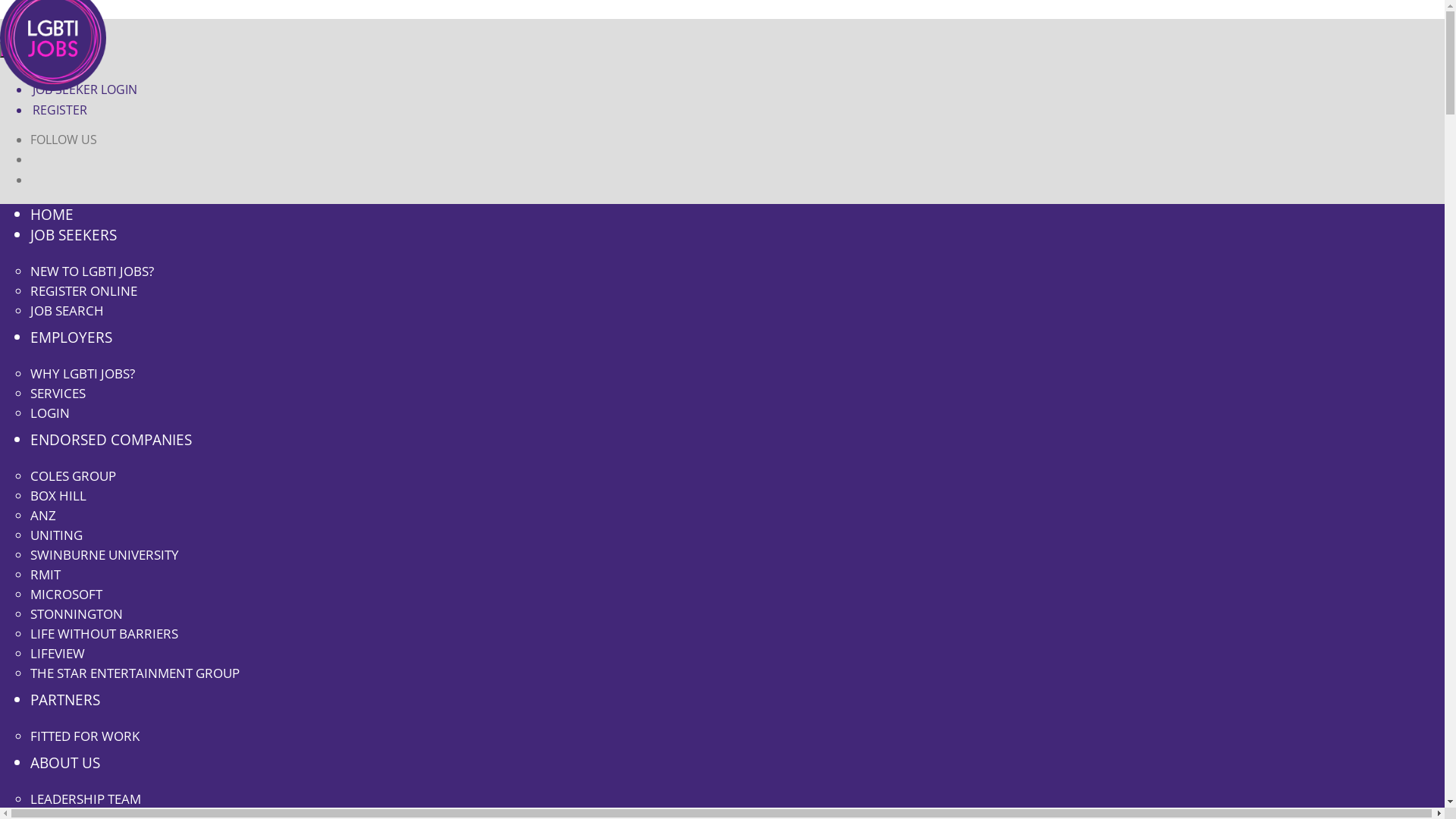 This screenshot has height=819, width=1456. I want to click on 'LEADERSHIP TEAM', so click(85, 798).